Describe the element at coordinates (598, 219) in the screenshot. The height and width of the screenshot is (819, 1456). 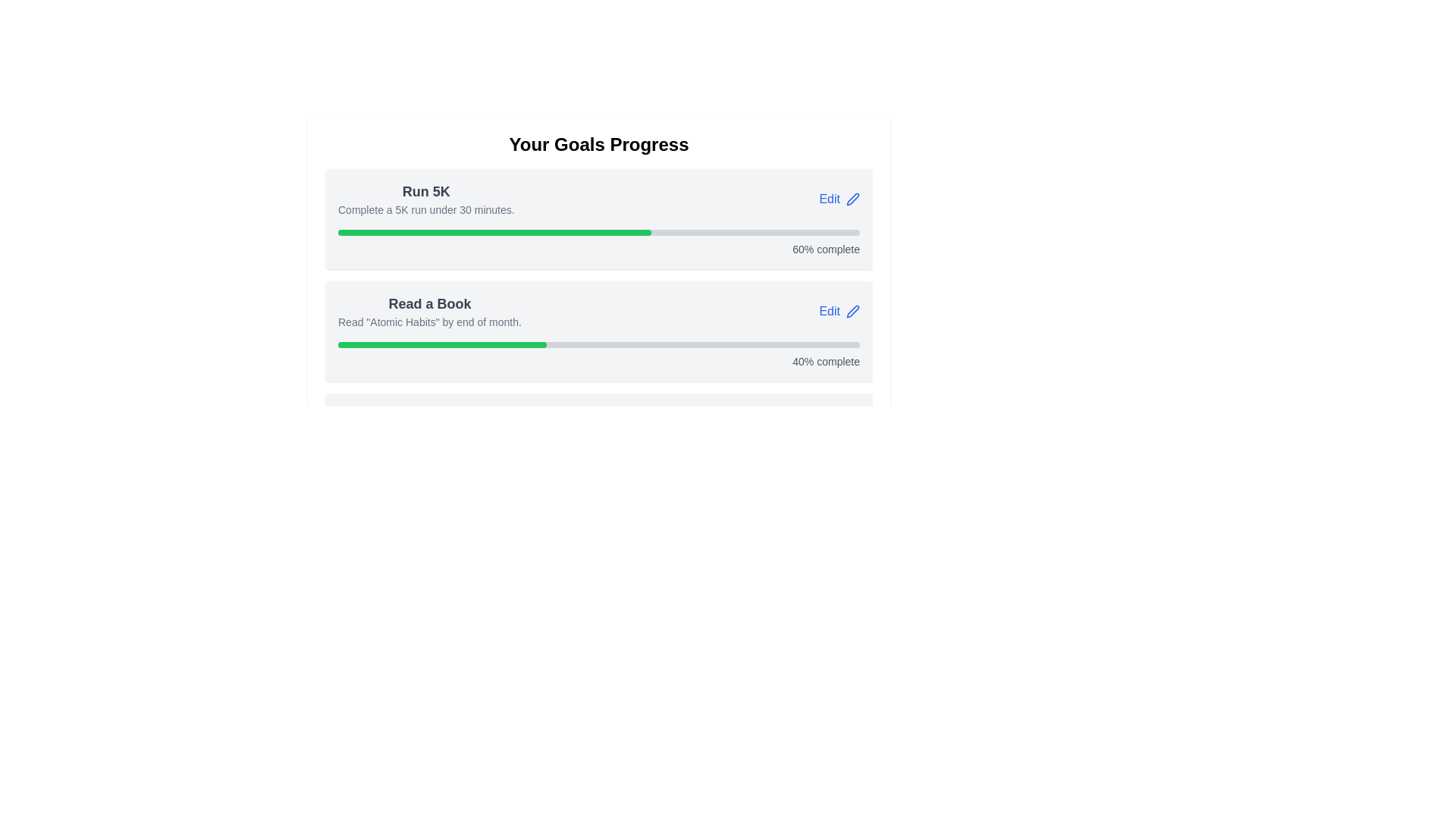
I see `the progress bar of the first goal in the 'Your Goals Progress' section` at that location.